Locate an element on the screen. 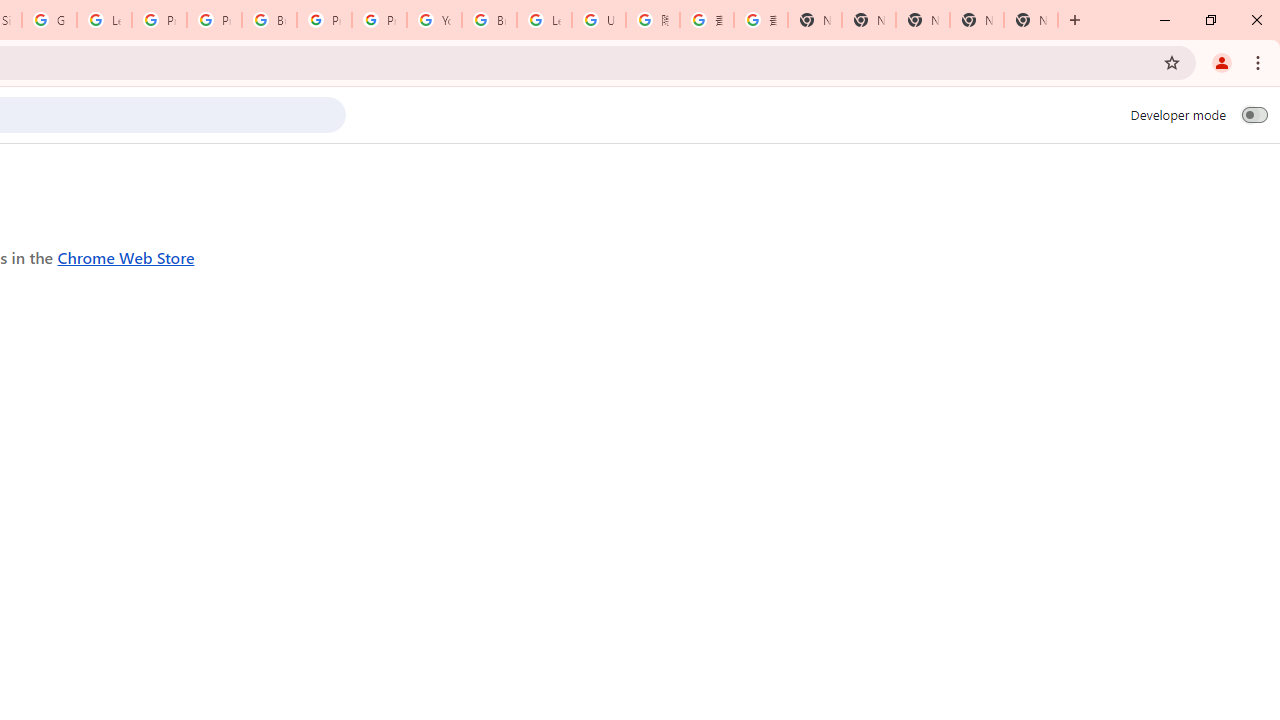  'Developer mode' is located at coordinates (1254, 114).